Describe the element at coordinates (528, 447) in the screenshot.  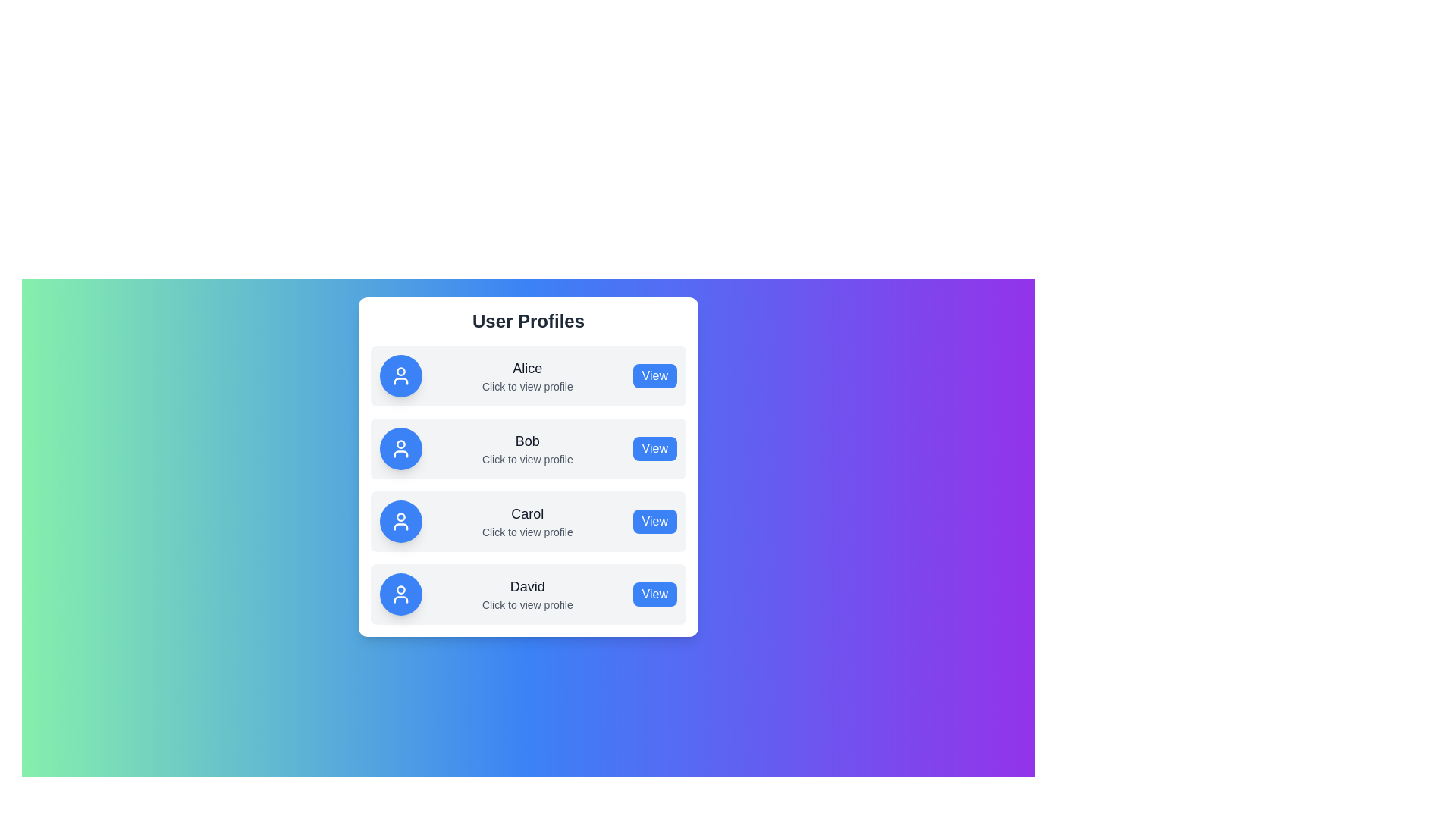
I see `the user profile card for 'Bob' using keyboard navigation to view the profile, which is the second item in the list of user profiles` at that location.